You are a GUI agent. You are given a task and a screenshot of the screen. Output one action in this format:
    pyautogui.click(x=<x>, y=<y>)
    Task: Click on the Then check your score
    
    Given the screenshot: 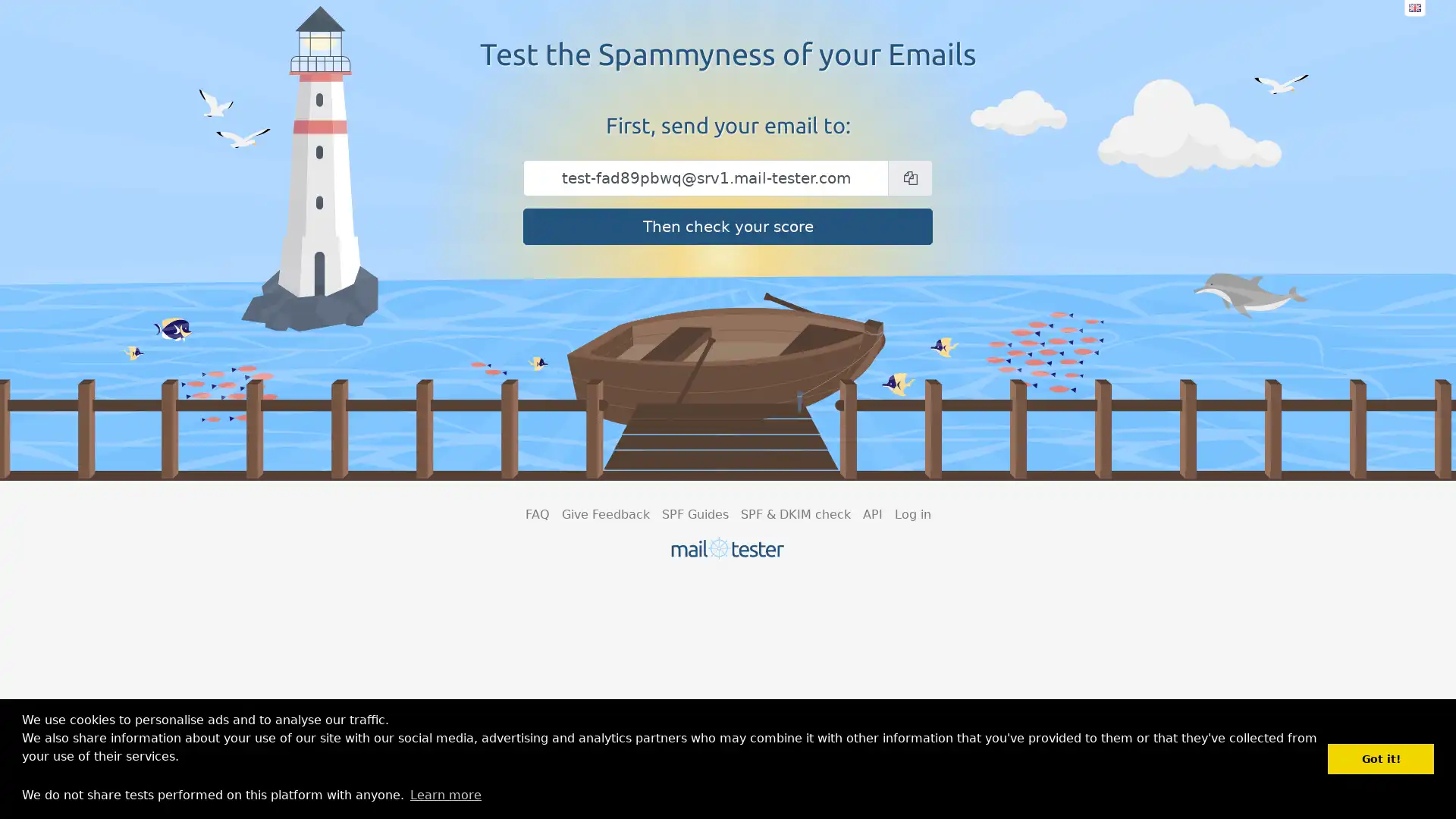 What is the action you would take?
    pyautogui.click(x=728, y=227)
    